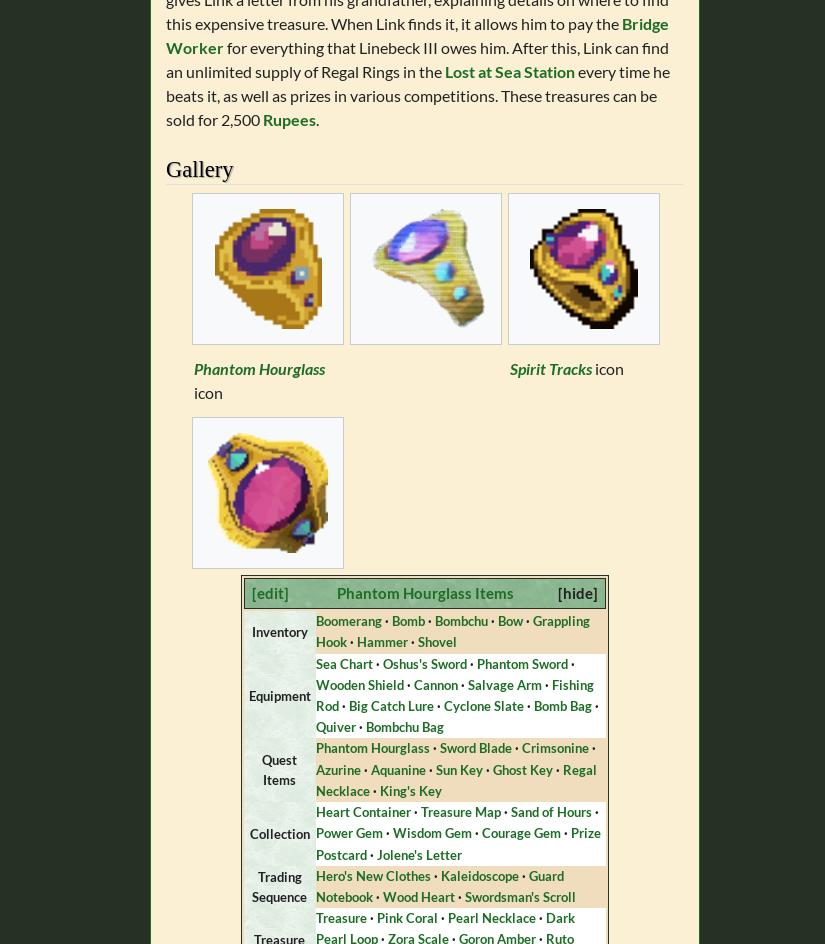 This screenshot has width=825, height=944. I want to click on 'every time he beats it, as well as prizes in various competitions. These treasures can be sold for 2,500', so click(418, 94).